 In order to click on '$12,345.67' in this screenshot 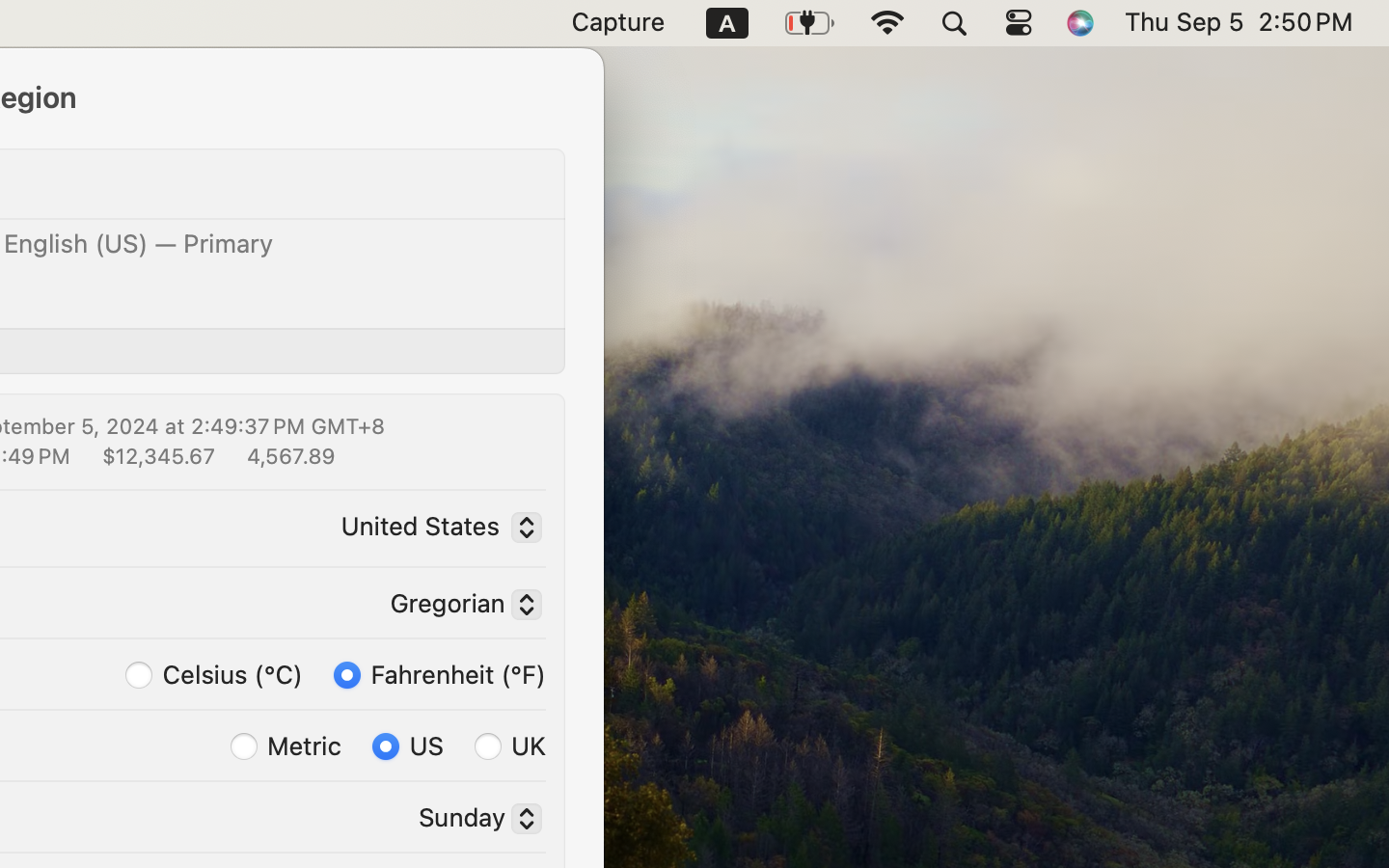, I will do `click(156, 453)`.